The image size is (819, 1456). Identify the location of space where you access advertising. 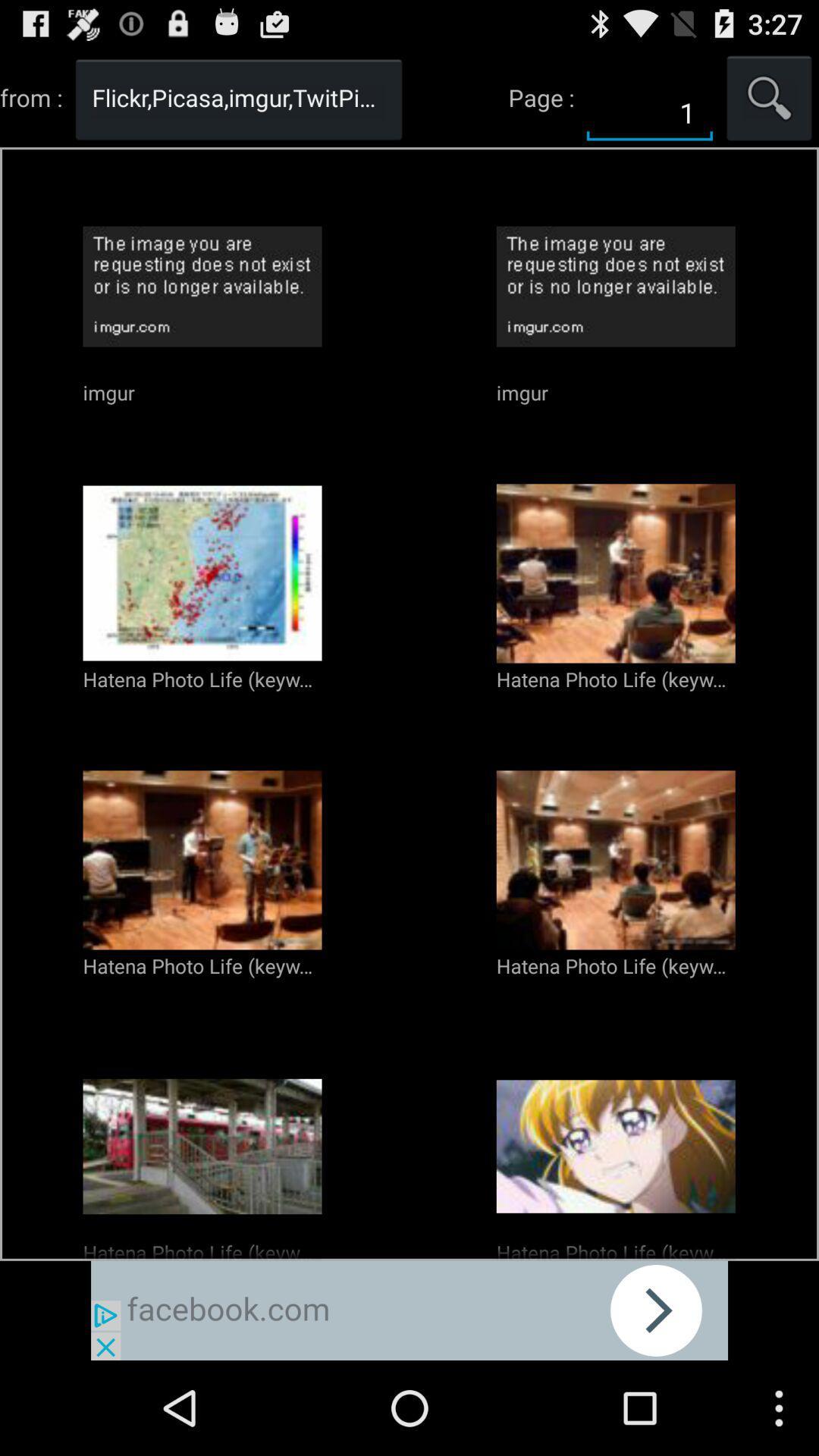
(409, 1310).